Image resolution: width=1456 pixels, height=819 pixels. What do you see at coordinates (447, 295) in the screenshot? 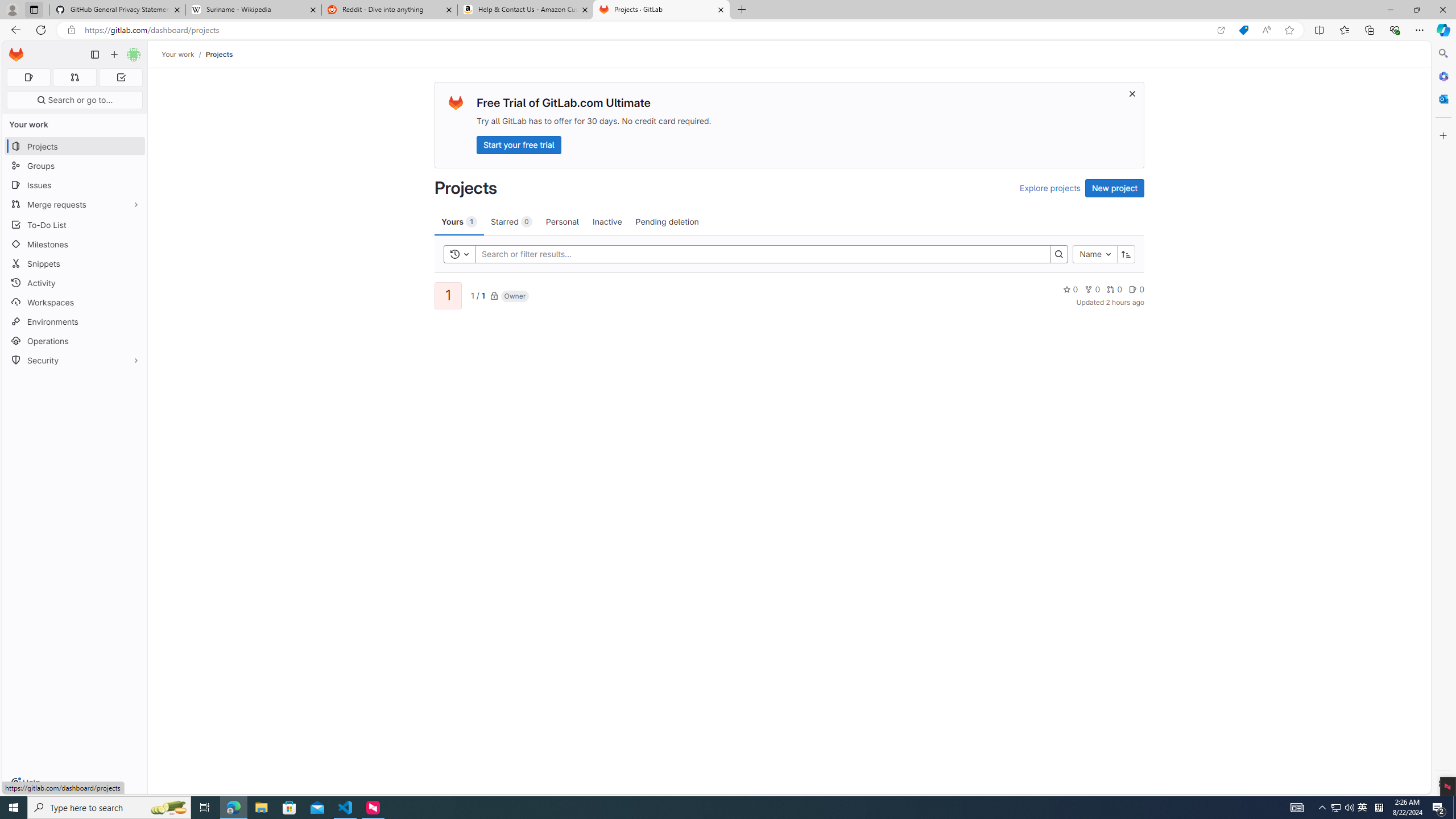
I see `'1'` at bounding box center [447, 295].